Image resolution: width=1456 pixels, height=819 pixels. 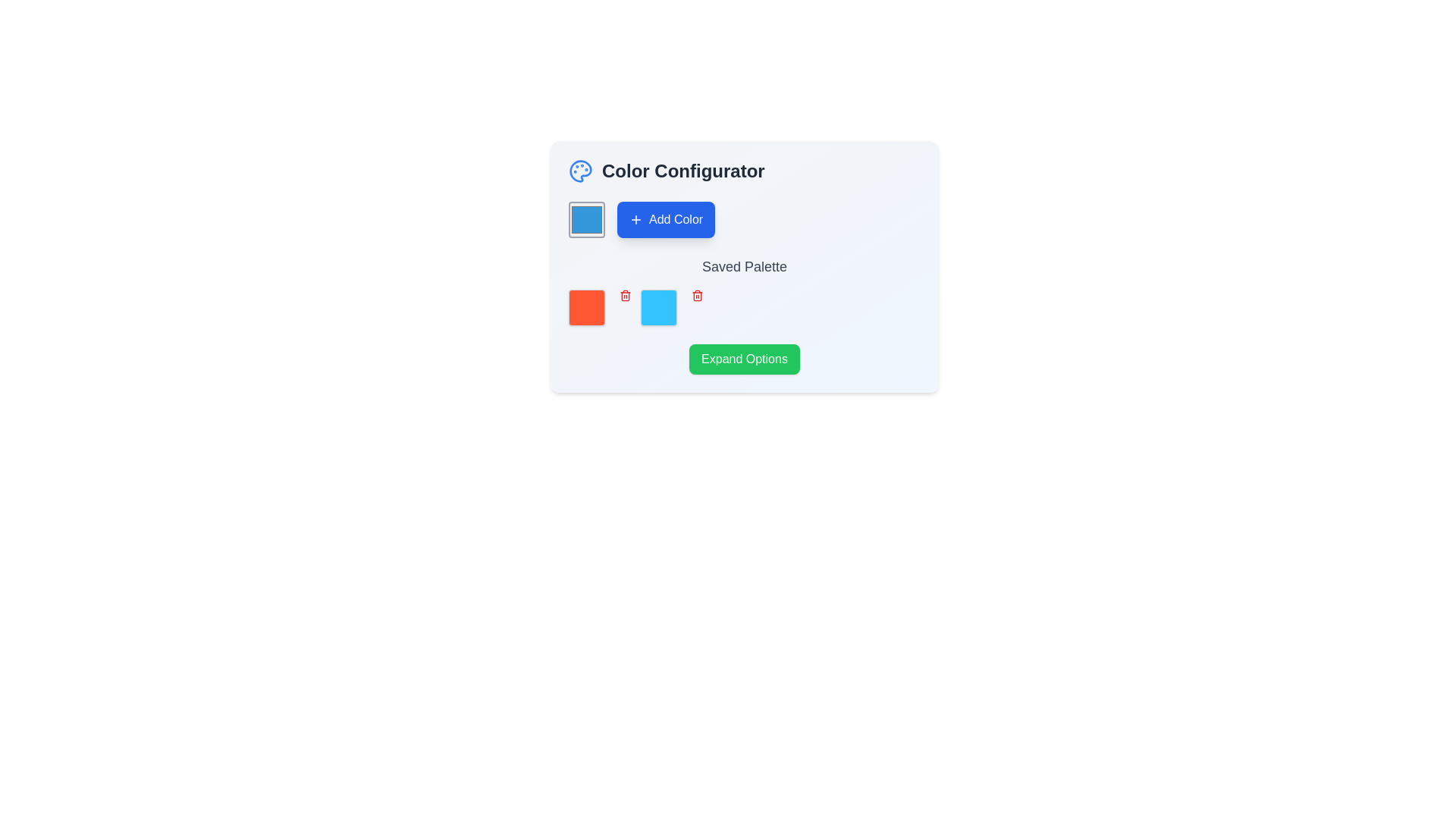 I want to click on the Color Swatch located in the first position from the left under the 'Saved Palette' label, so click(x=599, y=307).